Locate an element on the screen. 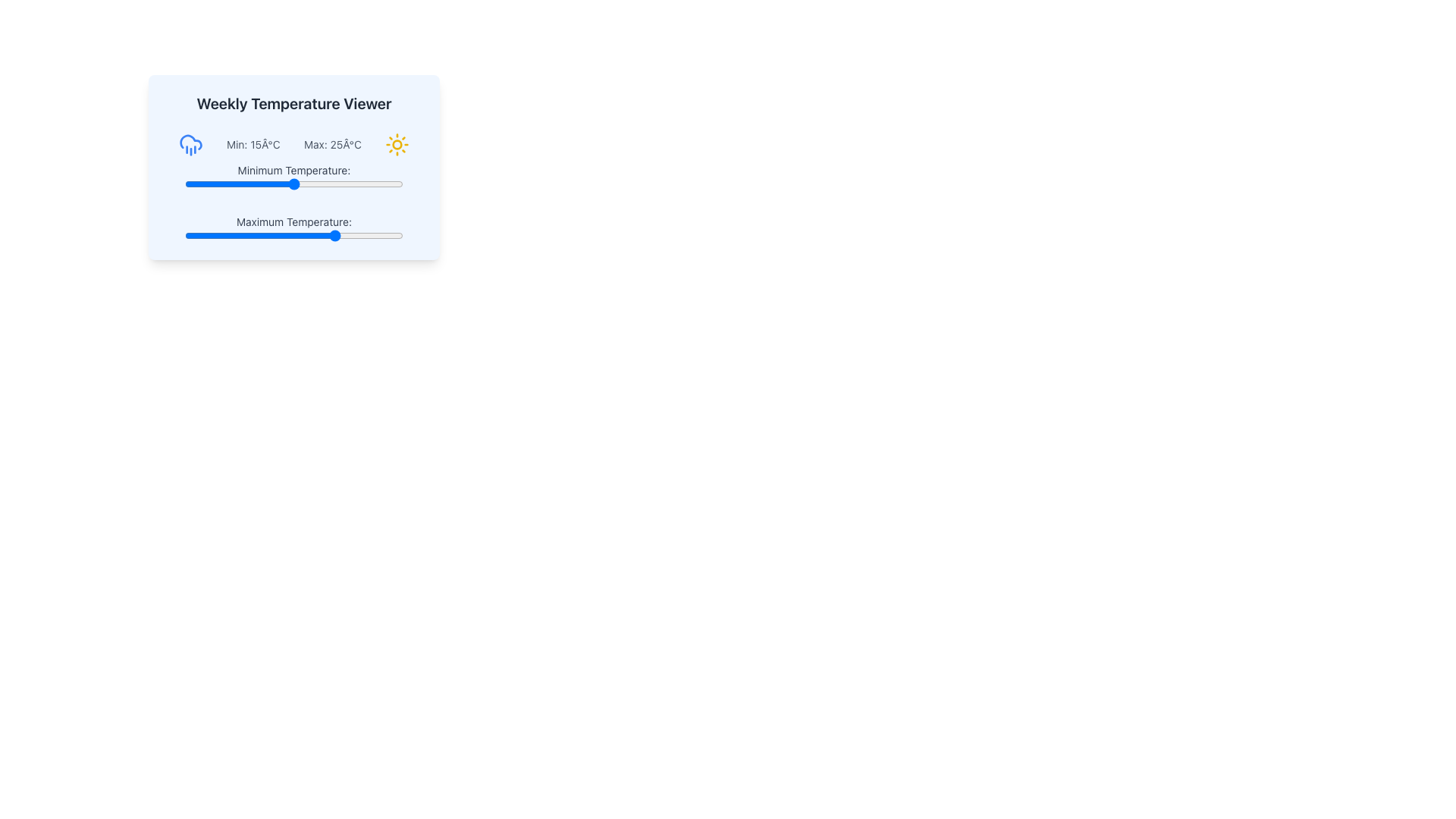 This screenshot has height=819, width=1456. the minimum temperature is located at coordinates (285, 184).